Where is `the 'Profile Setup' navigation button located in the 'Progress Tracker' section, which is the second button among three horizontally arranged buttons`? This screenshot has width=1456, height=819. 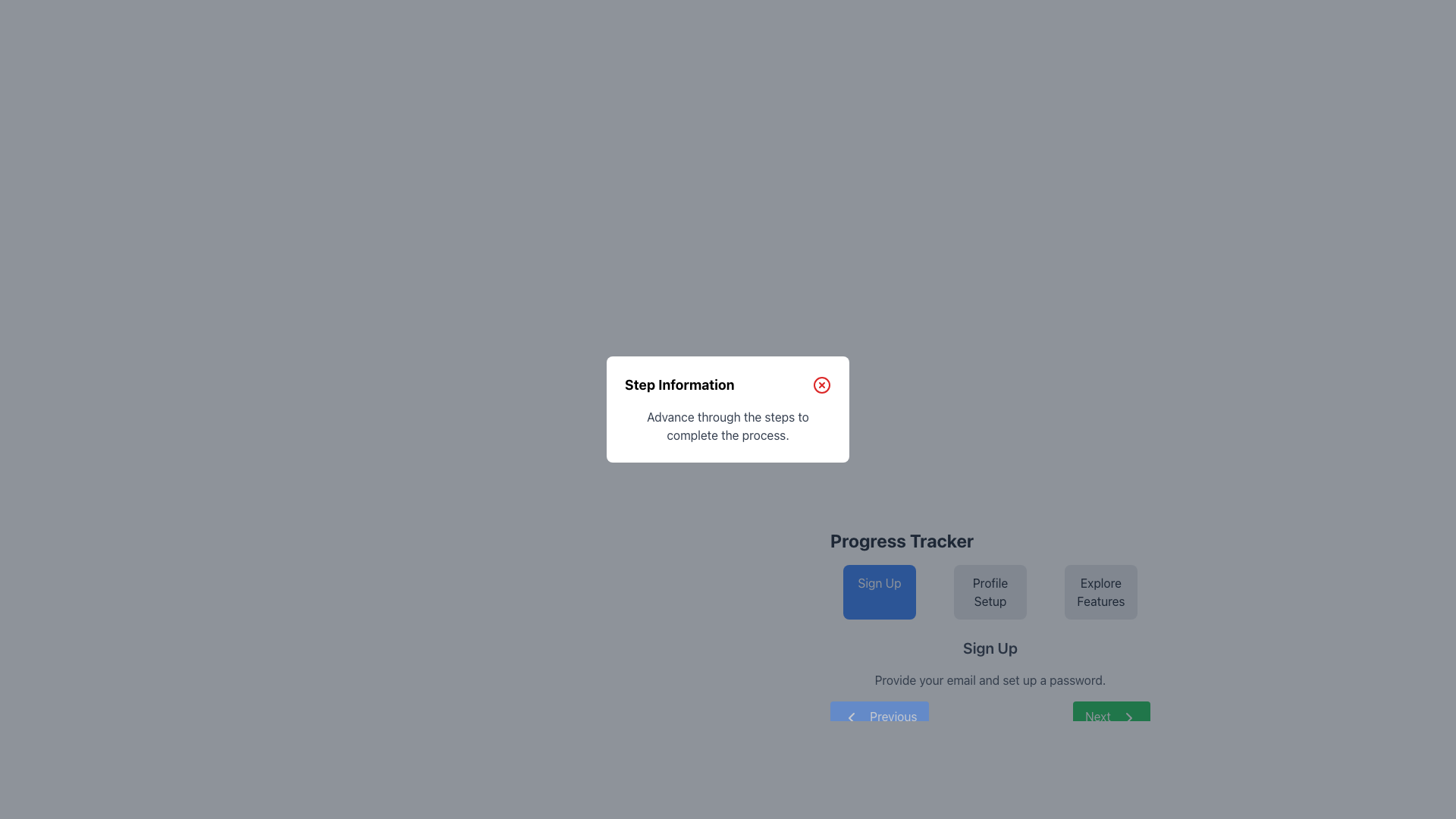 the 'Profile Setup' navigation button located in the 'Progress Tracker' section, which is the second button among three horizontally arranged buttons is located at coordinates (990, 591).